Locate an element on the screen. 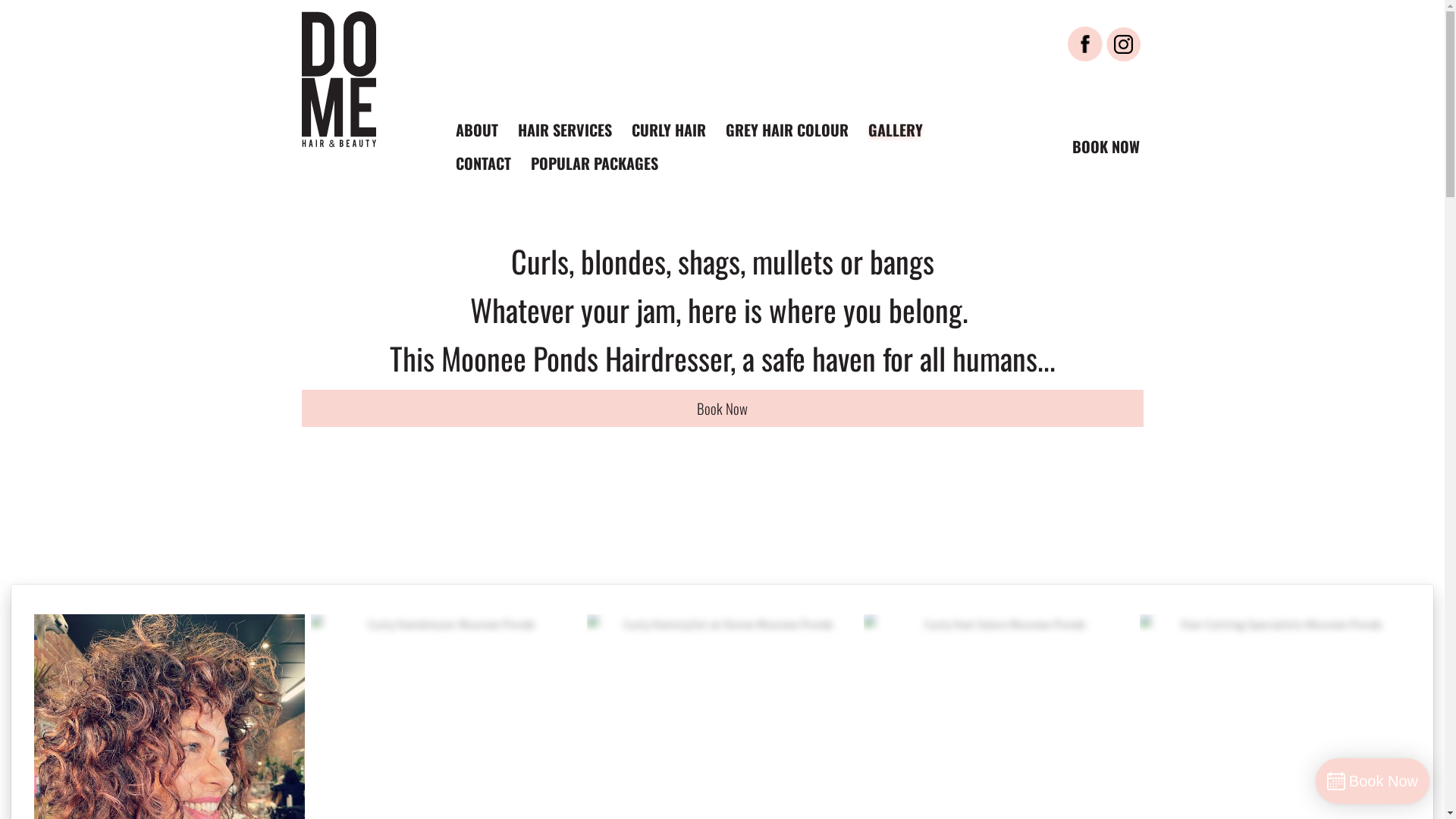 The width and height of the screenshot is (1456, 819). 'GALLERY' is located at coordinates (895, 128).